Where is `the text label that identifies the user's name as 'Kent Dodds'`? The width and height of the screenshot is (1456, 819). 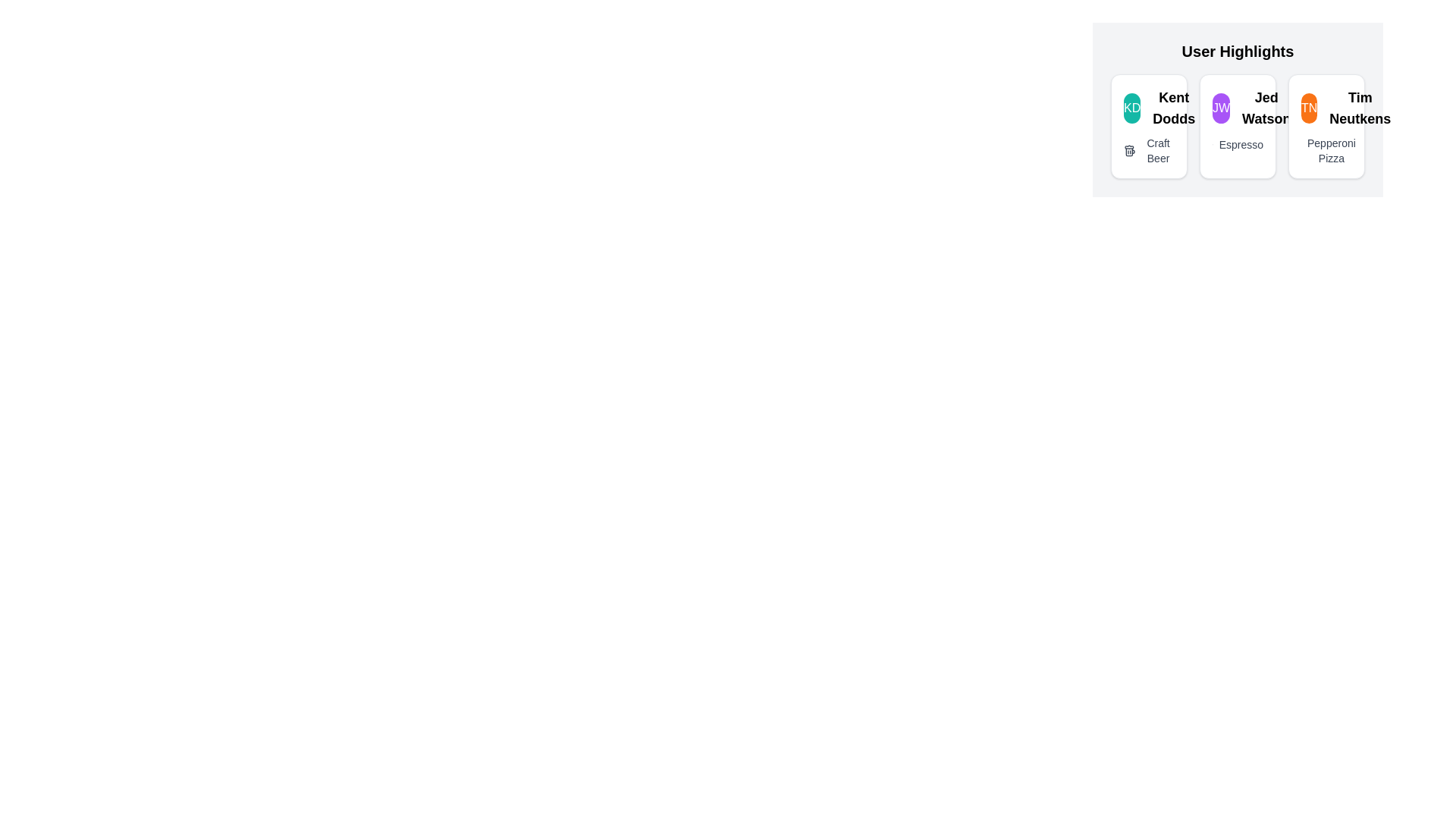
the text label that identifies the user's name as 'Kent Dodds' is located at coordinates (1149, 107).